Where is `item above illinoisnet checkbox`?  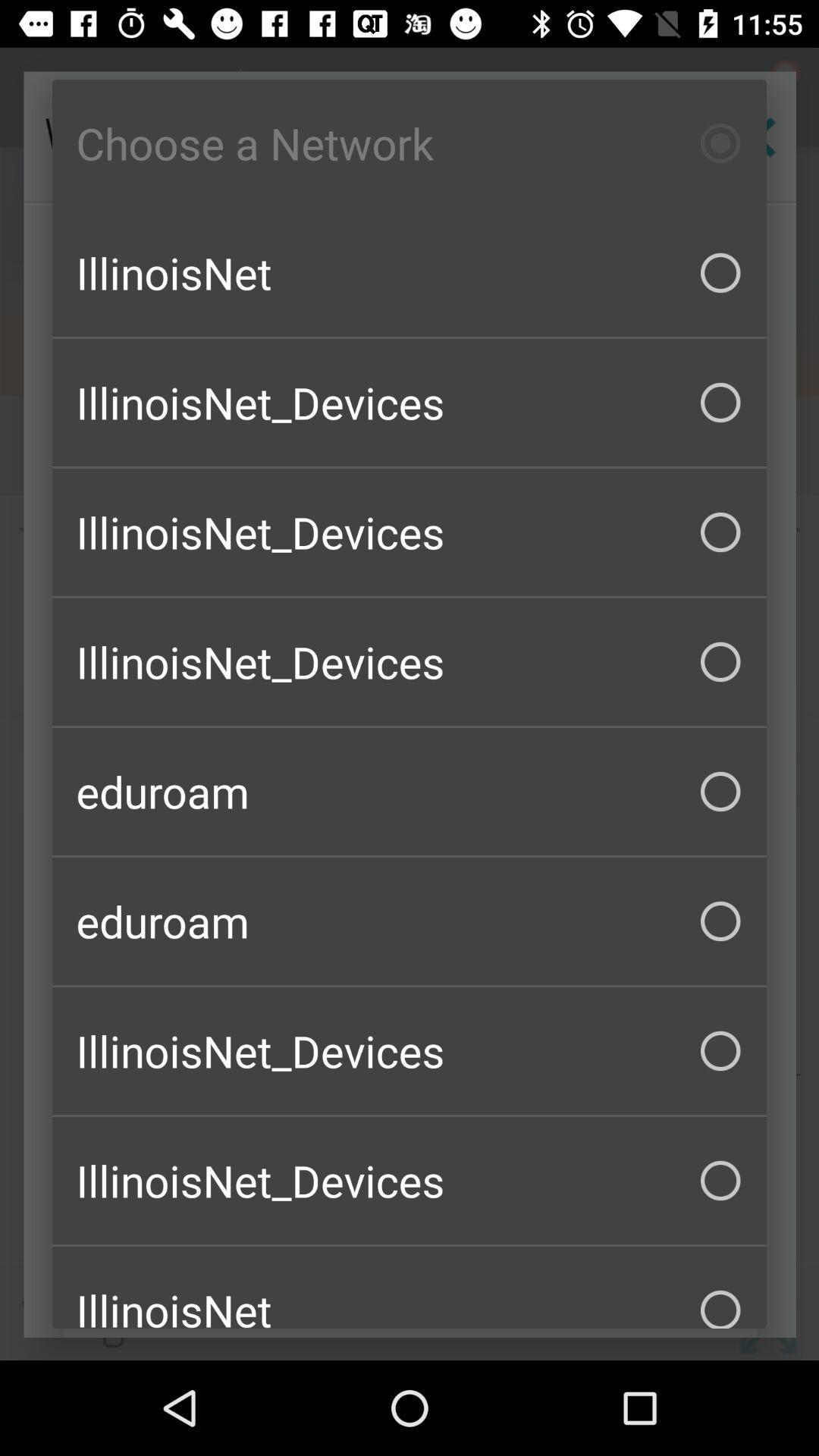 item above illinoisnet checkbox is located at coordinates (409, 143).